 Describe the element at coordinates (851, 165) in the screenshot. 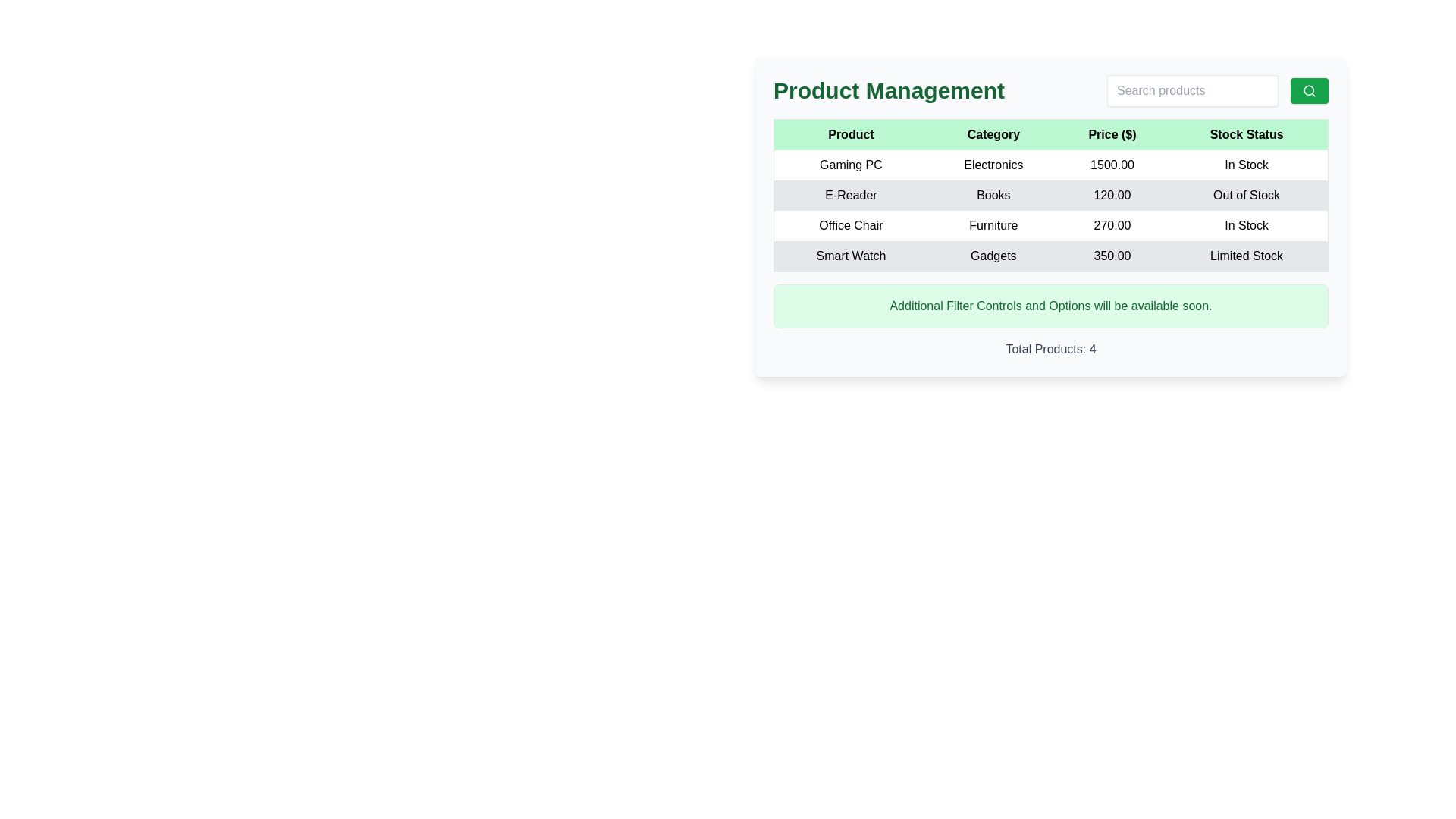

I see `the Text Label representing the product name in the first row of the product management table under the 'Product' column` at that location.